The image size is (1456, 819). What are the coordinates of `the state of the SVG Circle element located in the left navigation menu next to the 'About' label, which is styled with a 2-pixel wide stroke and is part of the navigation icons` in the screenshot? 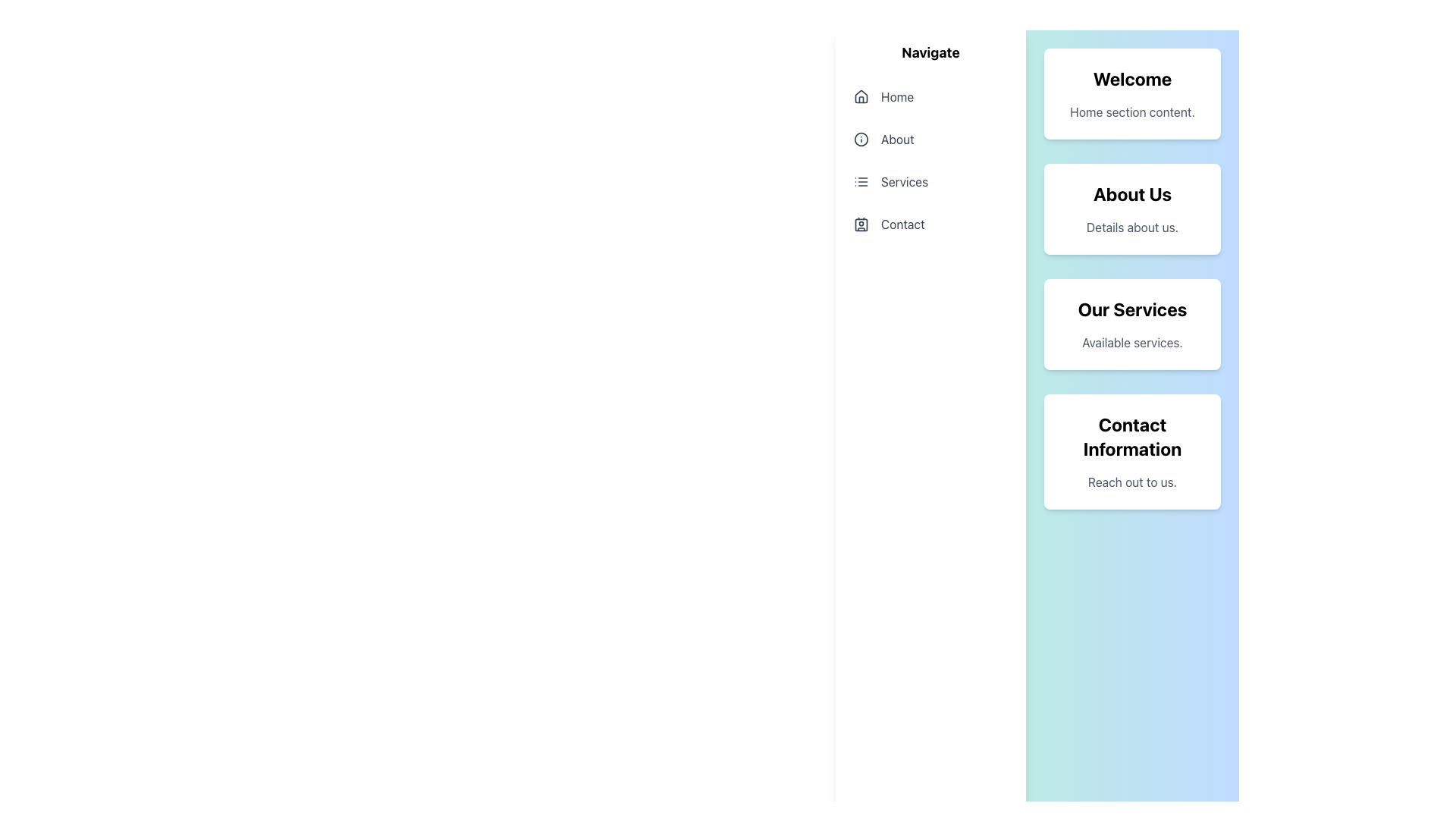 It's located at (861, 140).